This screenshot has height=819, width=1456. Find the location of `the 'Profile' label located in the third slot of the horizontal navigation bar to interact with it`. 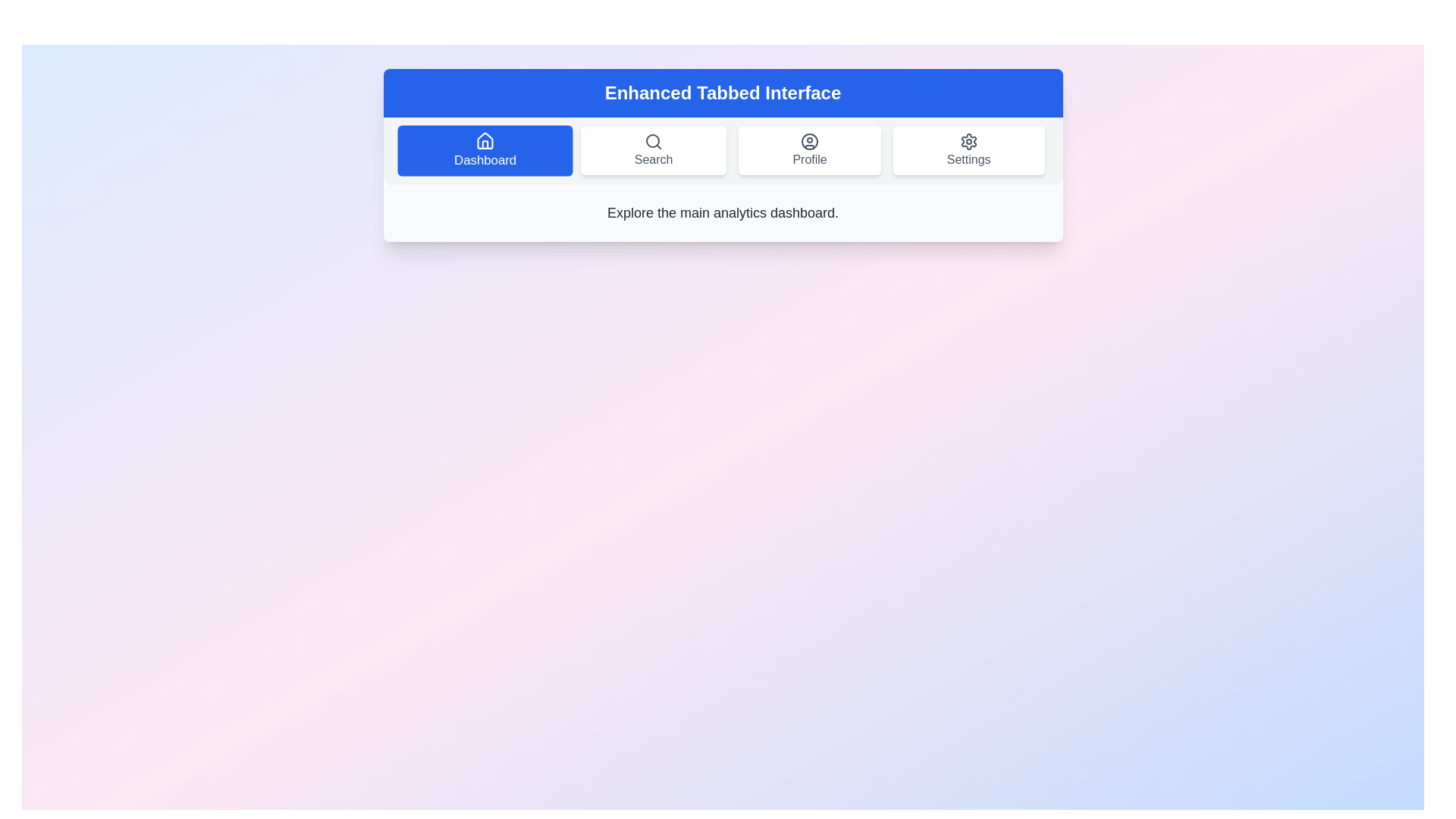

the 'Profile' label located in the third slot of the horizontal navigation bar to interact with it is located at coordinates (809, 160).